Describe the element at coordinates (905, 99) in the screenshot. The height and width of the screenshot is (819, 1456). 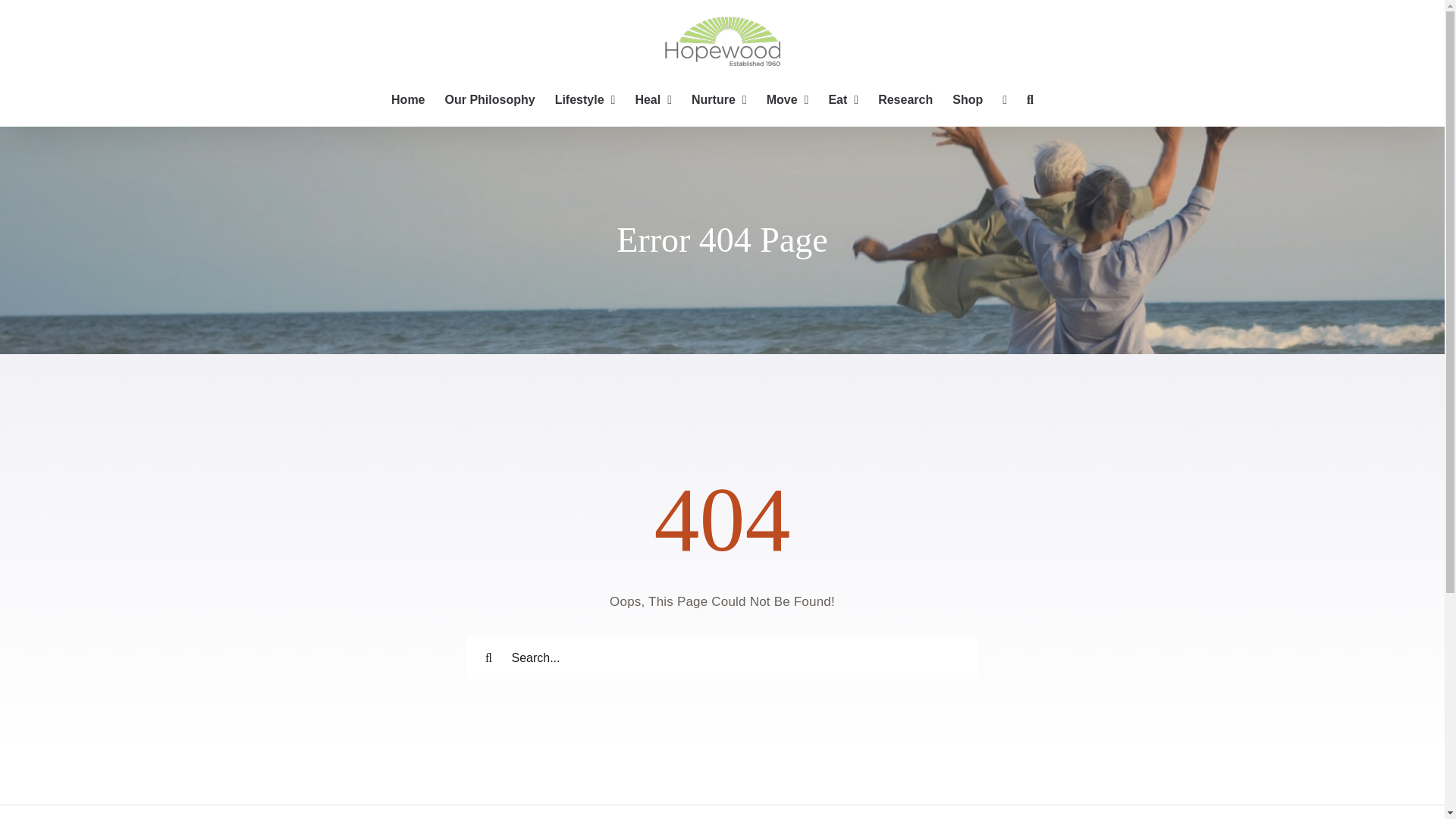
I see `'Research'` at that location.